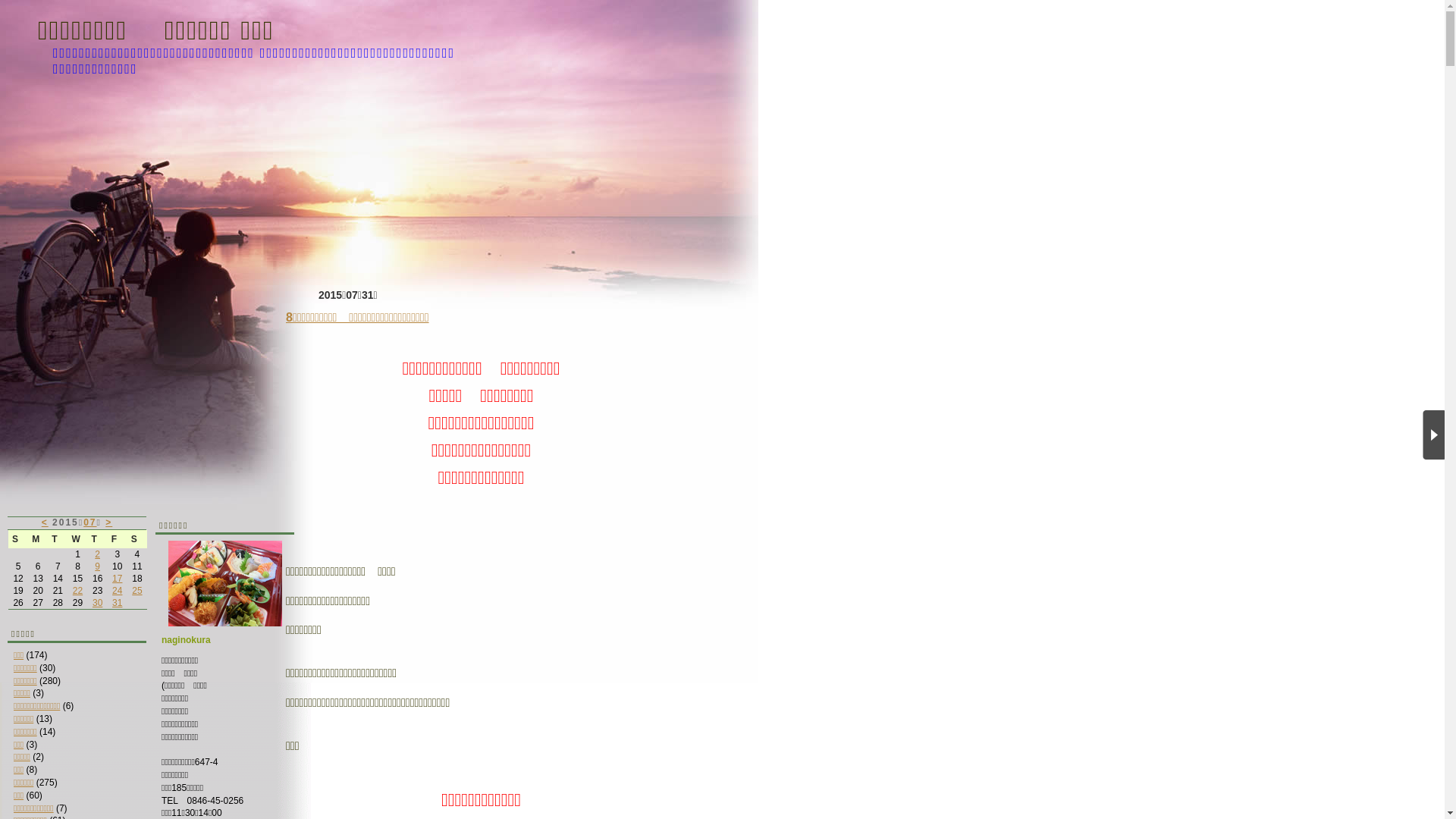 The width and height of the screenshot is (1456, 819). I want to click on '25', so click(136, 590).